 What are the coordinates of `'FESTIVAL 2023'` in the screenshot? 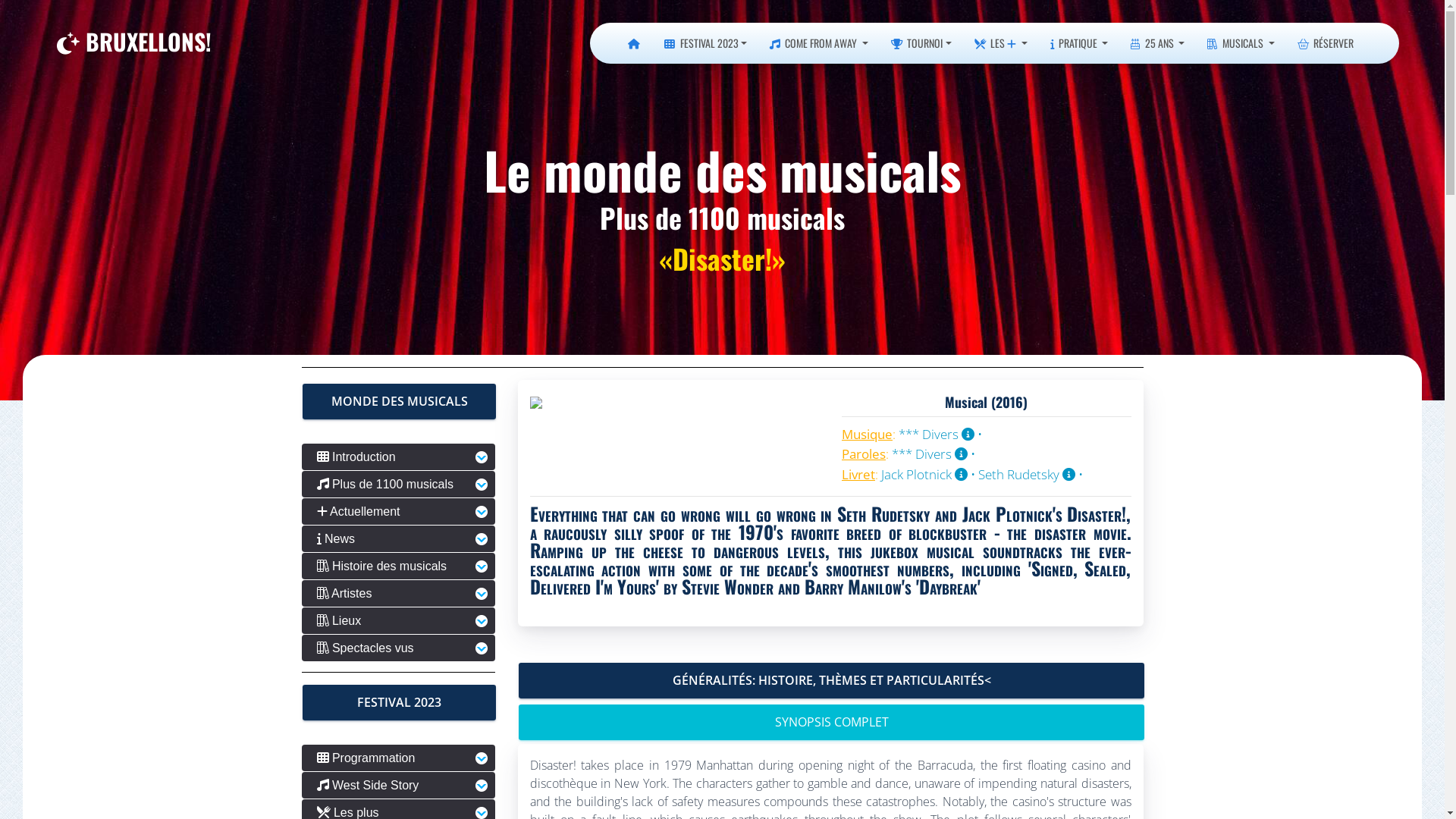 It's located at (704, 42).